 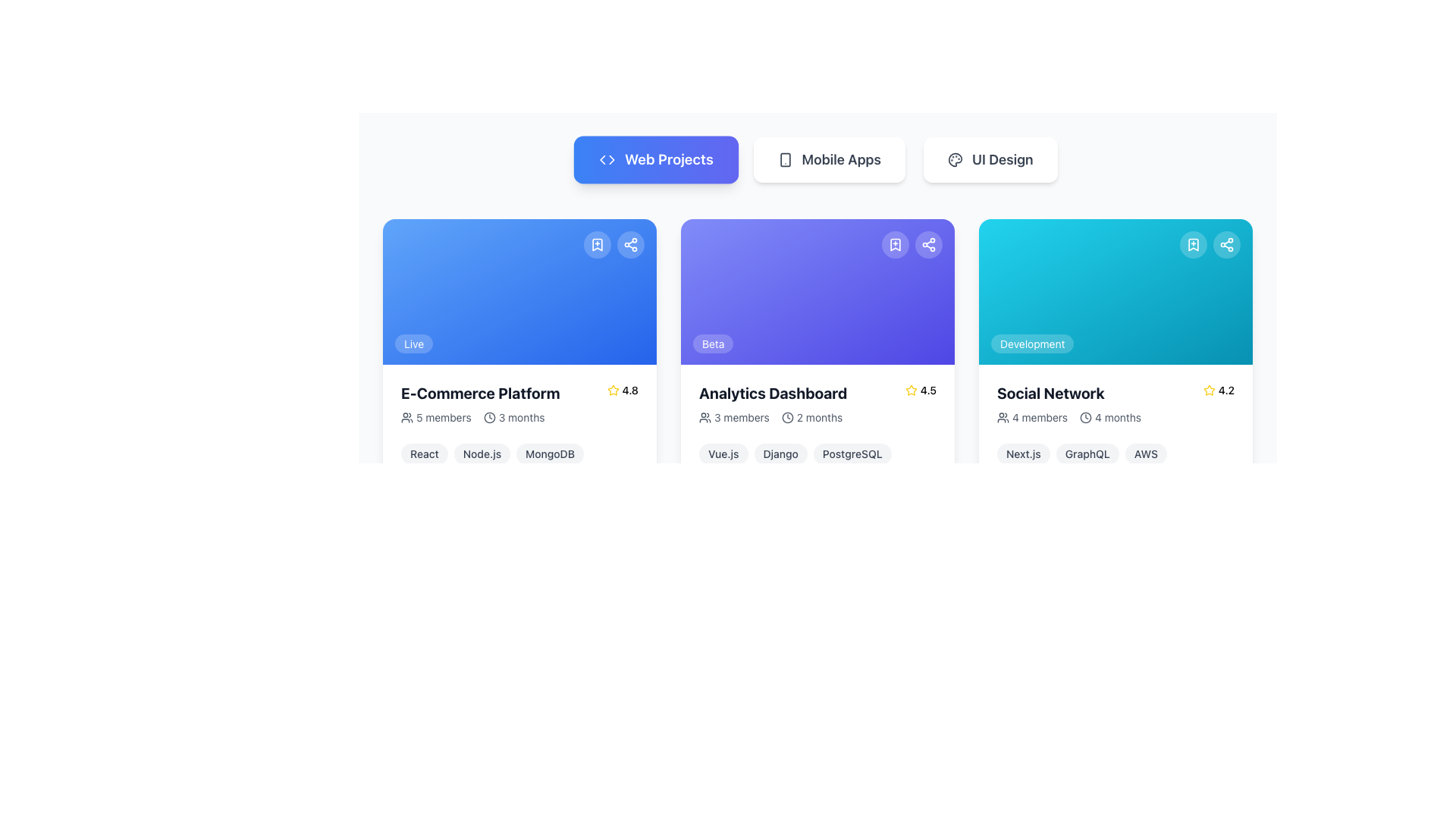 What do you see at coordinates (1226, 244) in the screenshot?
I see `the circular button housing a share icon located in the top-right corner of the 'Social Network' card to activate the hover effect and see more information` at bounding box center [1226, 244].